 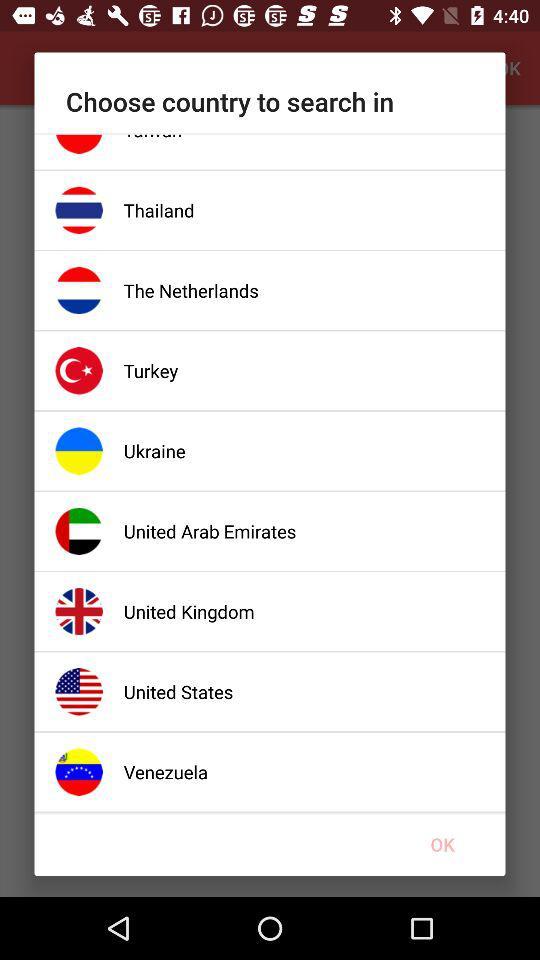 I want to click on icon below the venezuela, so click(x=442, y=843).